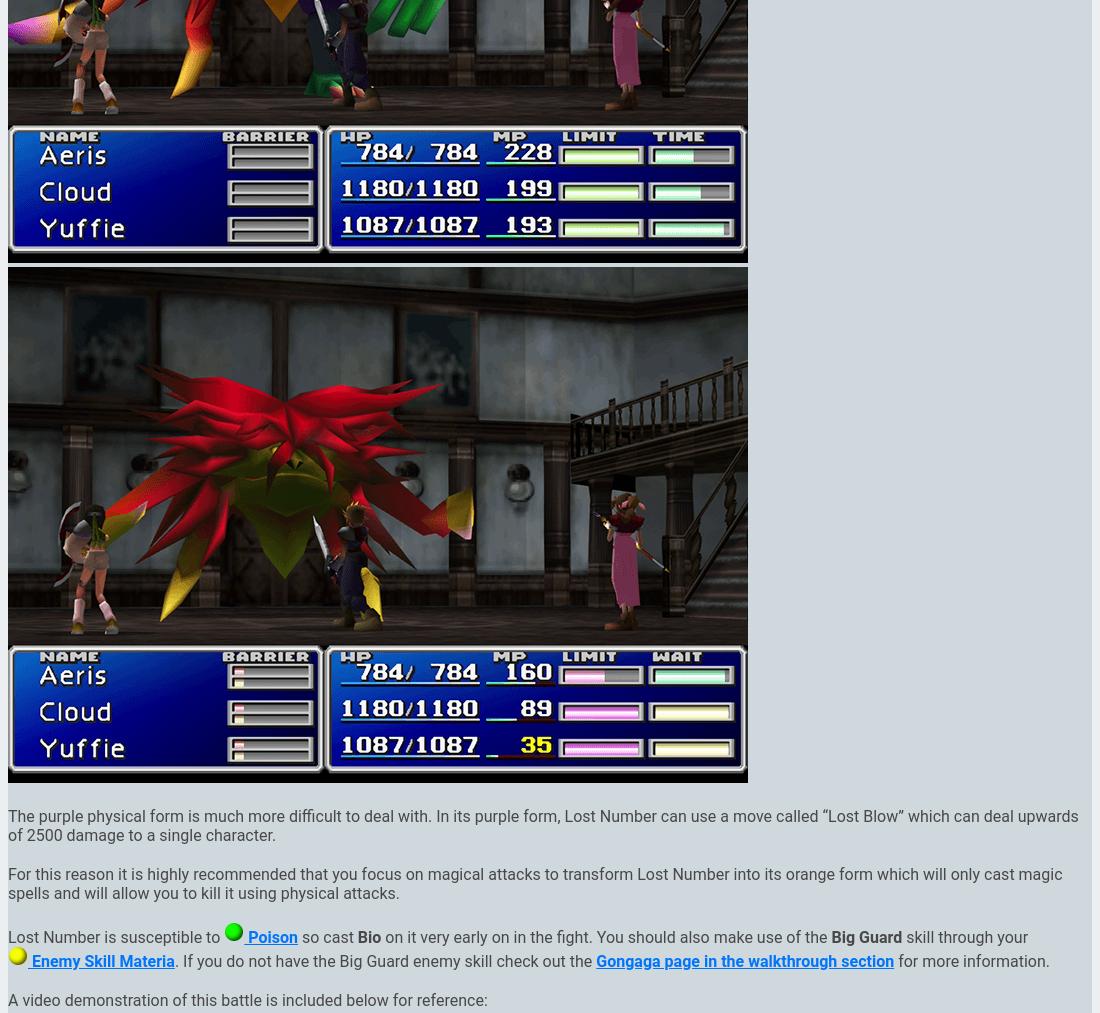 The width and height of the screenshot is (1100, 1013). What do you see at coordinates (116, 936) in the screenshot?
I see `'Lost Number is susceptible to'` at bounding box center [116, 936].